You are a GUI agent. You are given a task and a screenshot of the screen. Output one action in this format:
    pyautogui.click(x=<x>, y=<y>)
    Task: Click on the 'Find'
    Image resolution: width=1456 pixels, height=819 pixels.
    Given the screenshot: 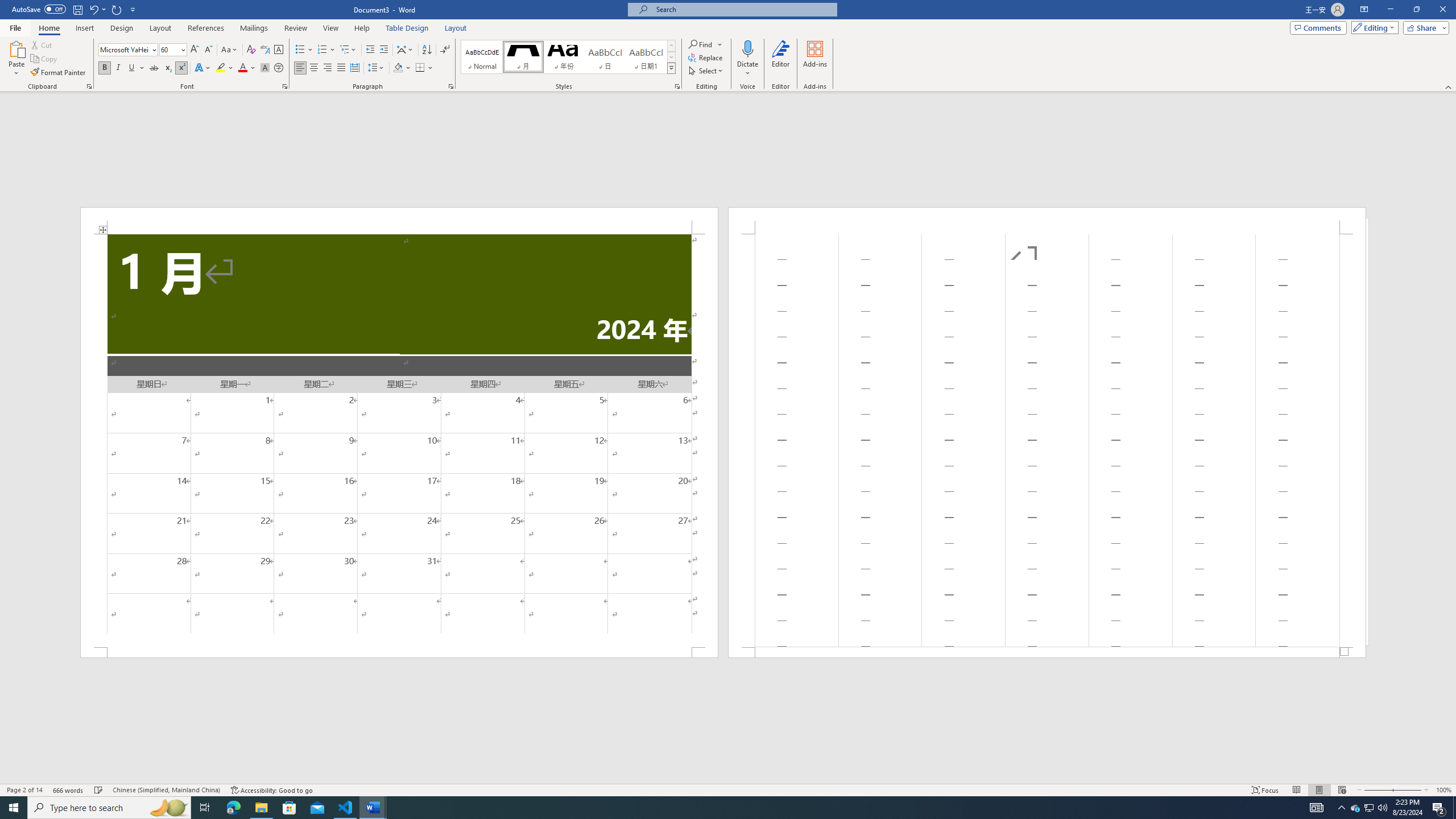 What is the action you would take?
    pyautogui.click(x=700, y=44)
    